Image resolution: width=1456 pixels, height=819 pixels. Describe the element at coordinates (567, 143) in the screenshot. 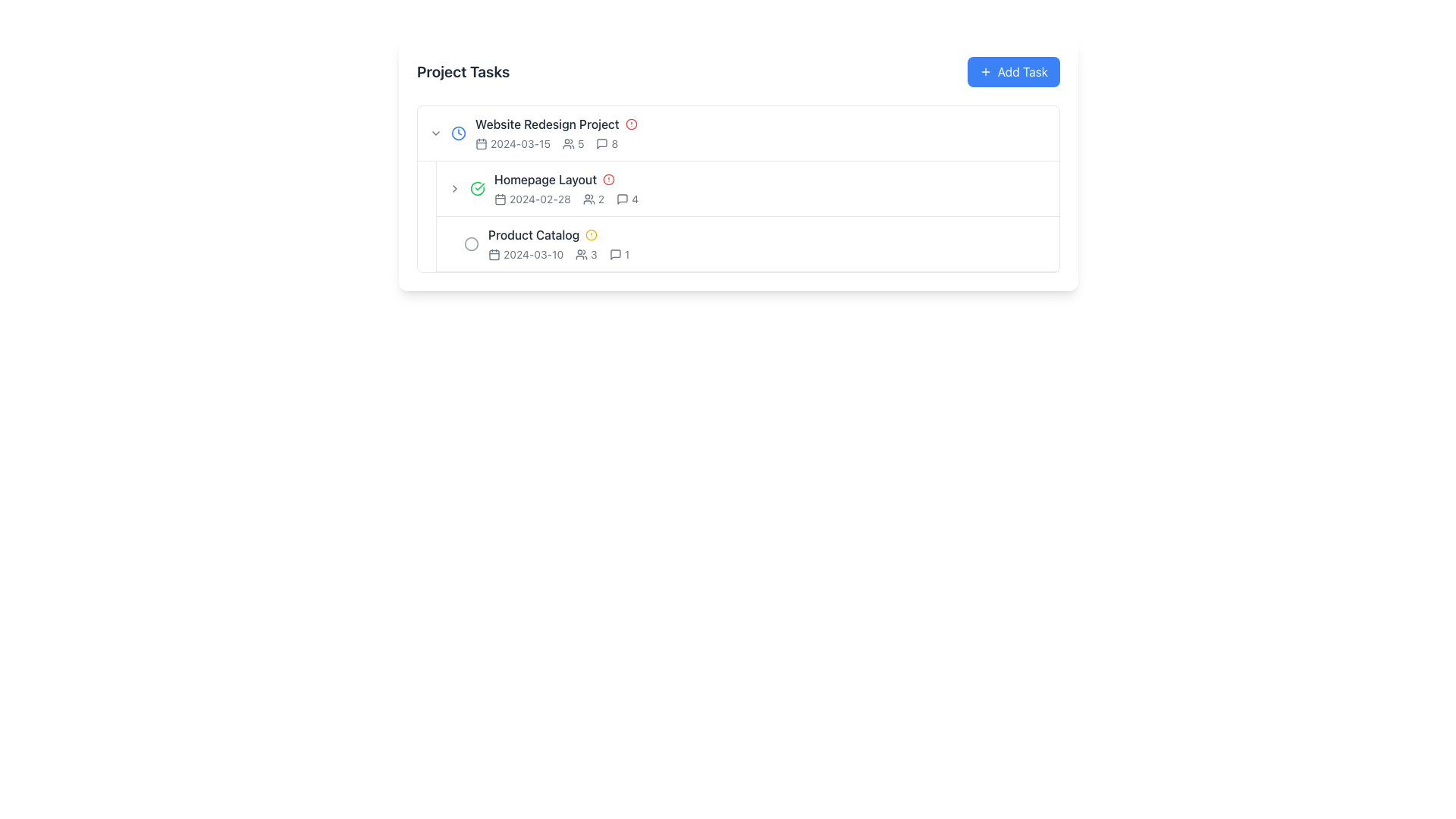

I see `the user icon, which resembles stylized silhouettes of two adjacent heads` at that location.